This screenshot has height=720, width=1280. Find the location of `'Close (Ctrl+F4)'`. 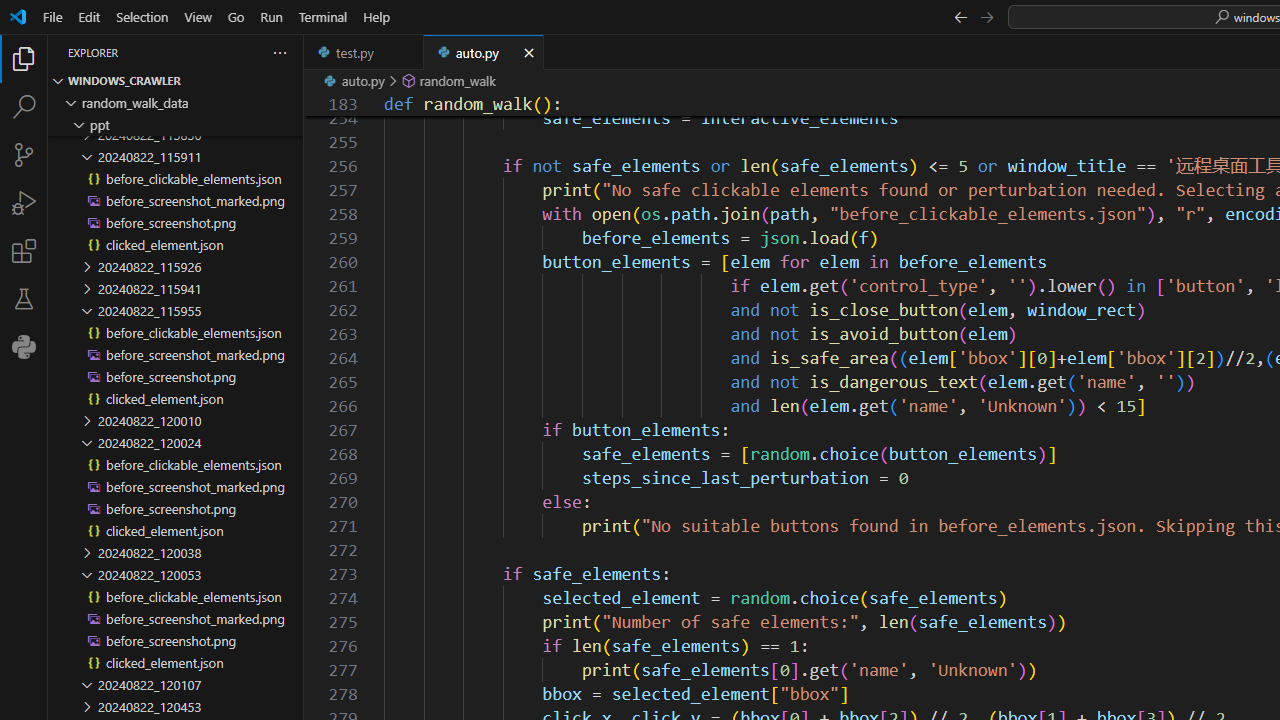

'Close (Ctrl+F4)' is located at coordinates (528, 51).